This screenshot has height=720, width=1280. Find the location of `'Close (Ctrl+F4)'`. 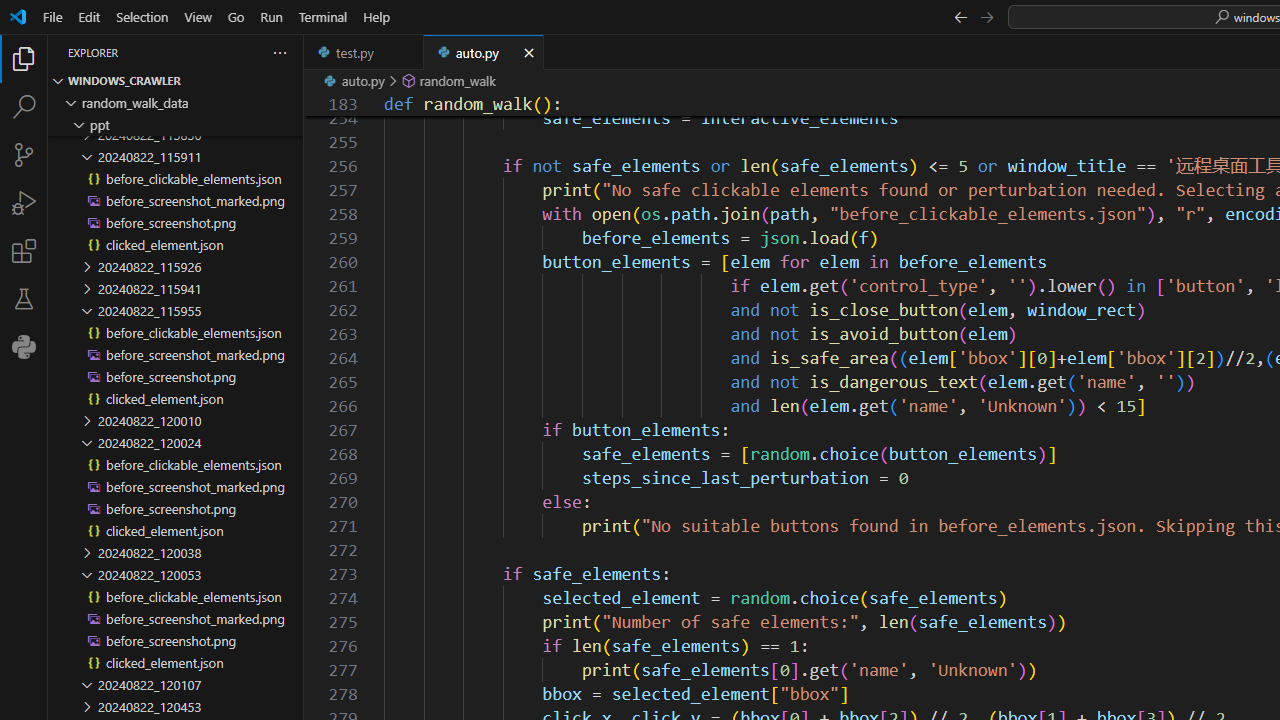

'Close (Ctrl+F4)' is located at coordinates (528, 51).